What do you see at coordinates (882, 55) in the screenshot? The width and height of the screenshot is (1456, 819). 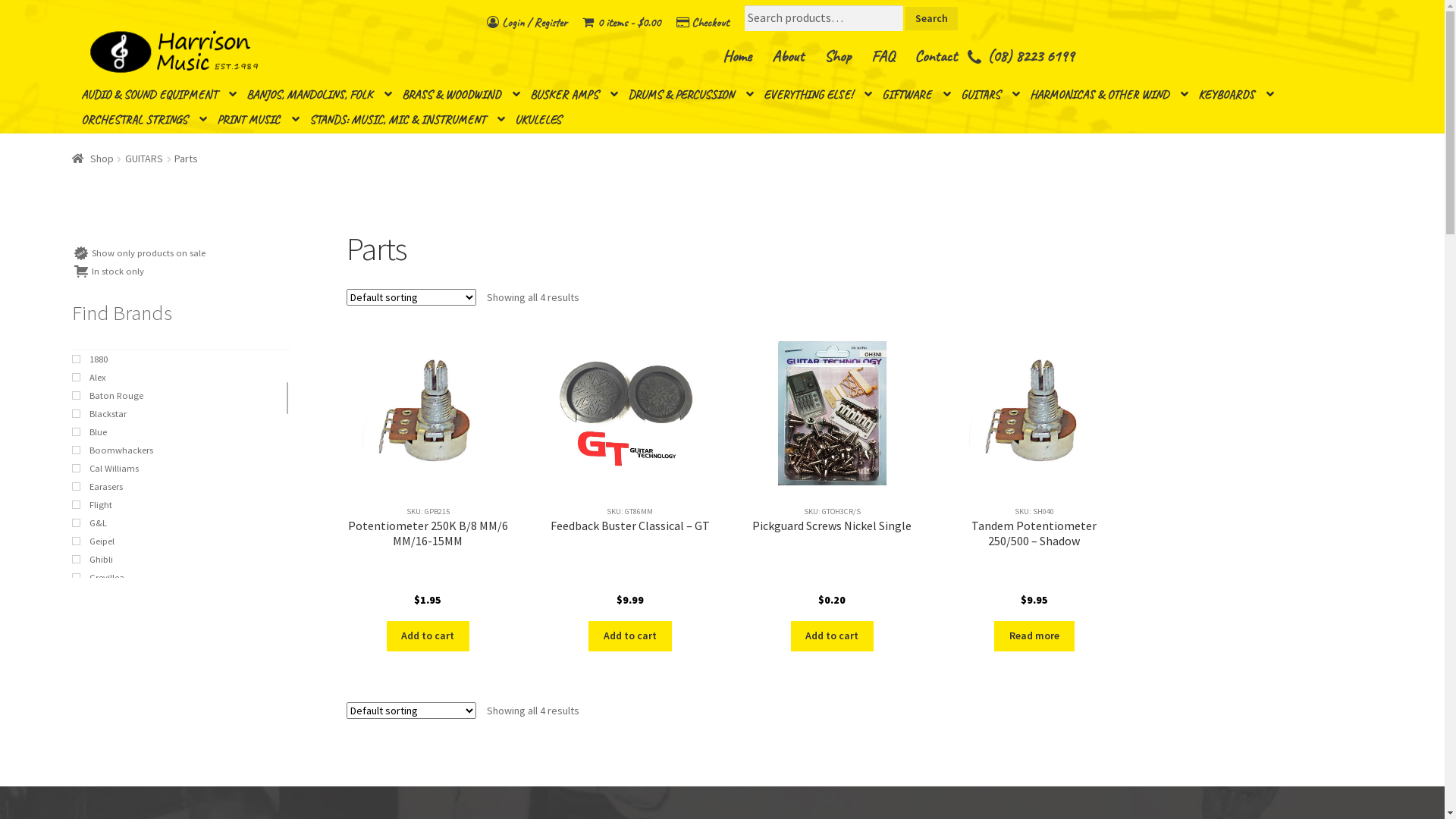 I see `'FAQ'` at bounding box center [882, 55].